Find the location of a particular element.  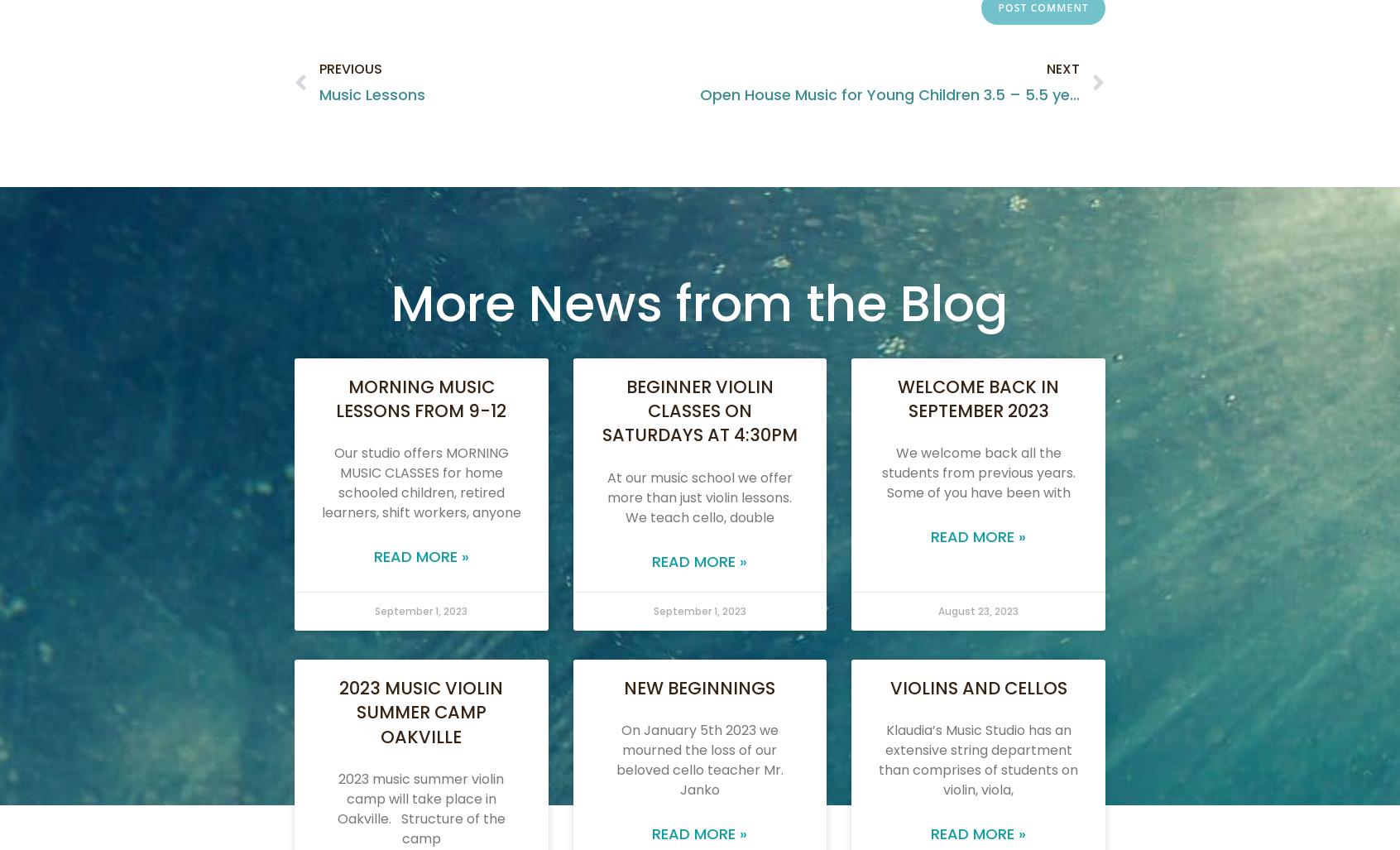

'On January 5th 2023 we mourned the loss of our beloved cello teacher Mr. Janko' is located at coordinates (698, 760).